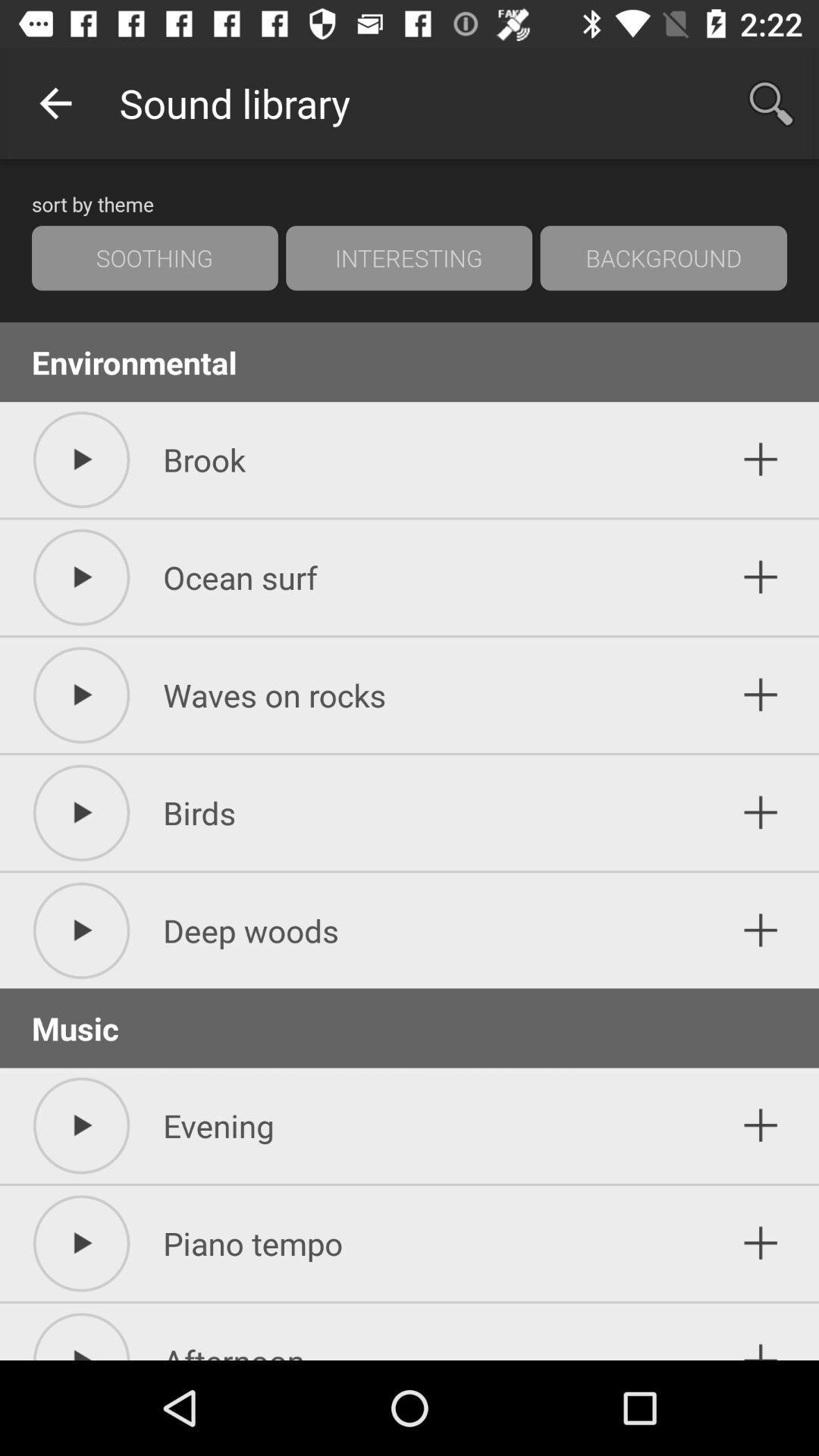  I want to click on the soothing item, so click(155, 258).